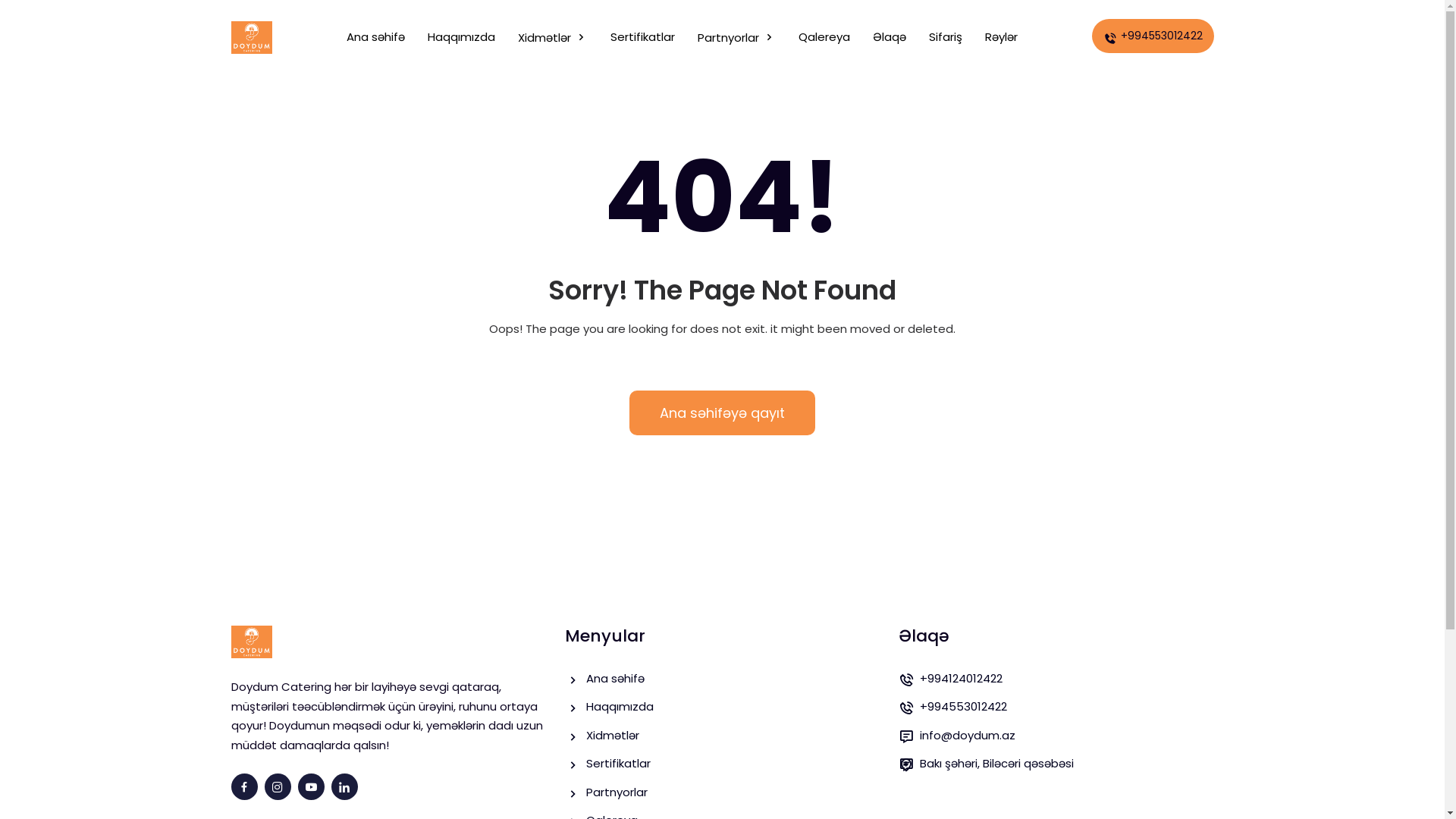 The image size is (1456, 819). I want to click on 'Qalereya', so click(823, 36).